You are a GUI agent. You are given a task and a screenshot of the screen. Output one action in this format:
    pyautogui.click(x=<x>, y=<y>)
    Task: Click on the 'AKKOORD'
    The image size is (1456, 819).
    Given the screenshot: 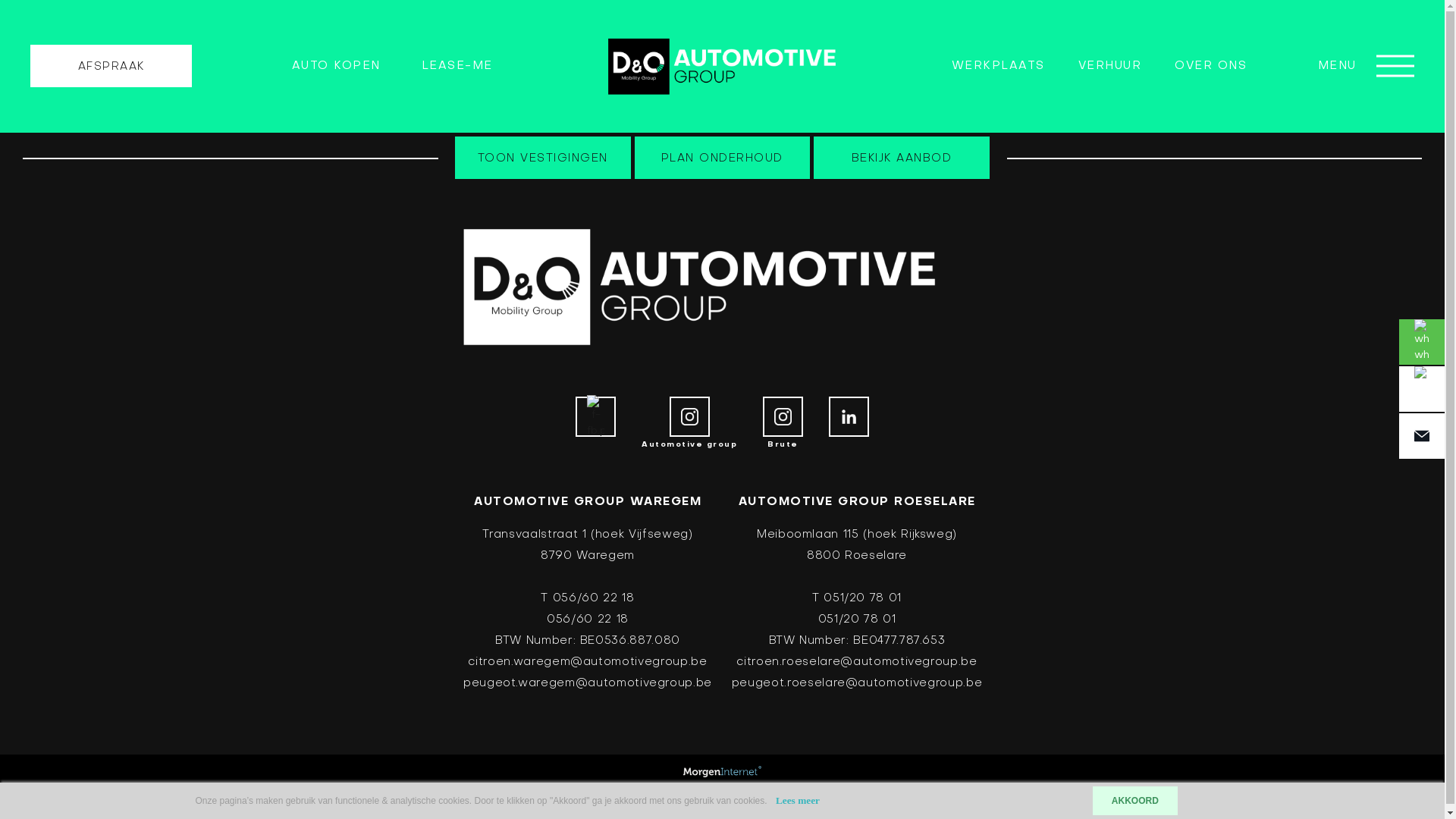 What is the action you would take?
    pyautogui.click(x=1092, y=800)
    